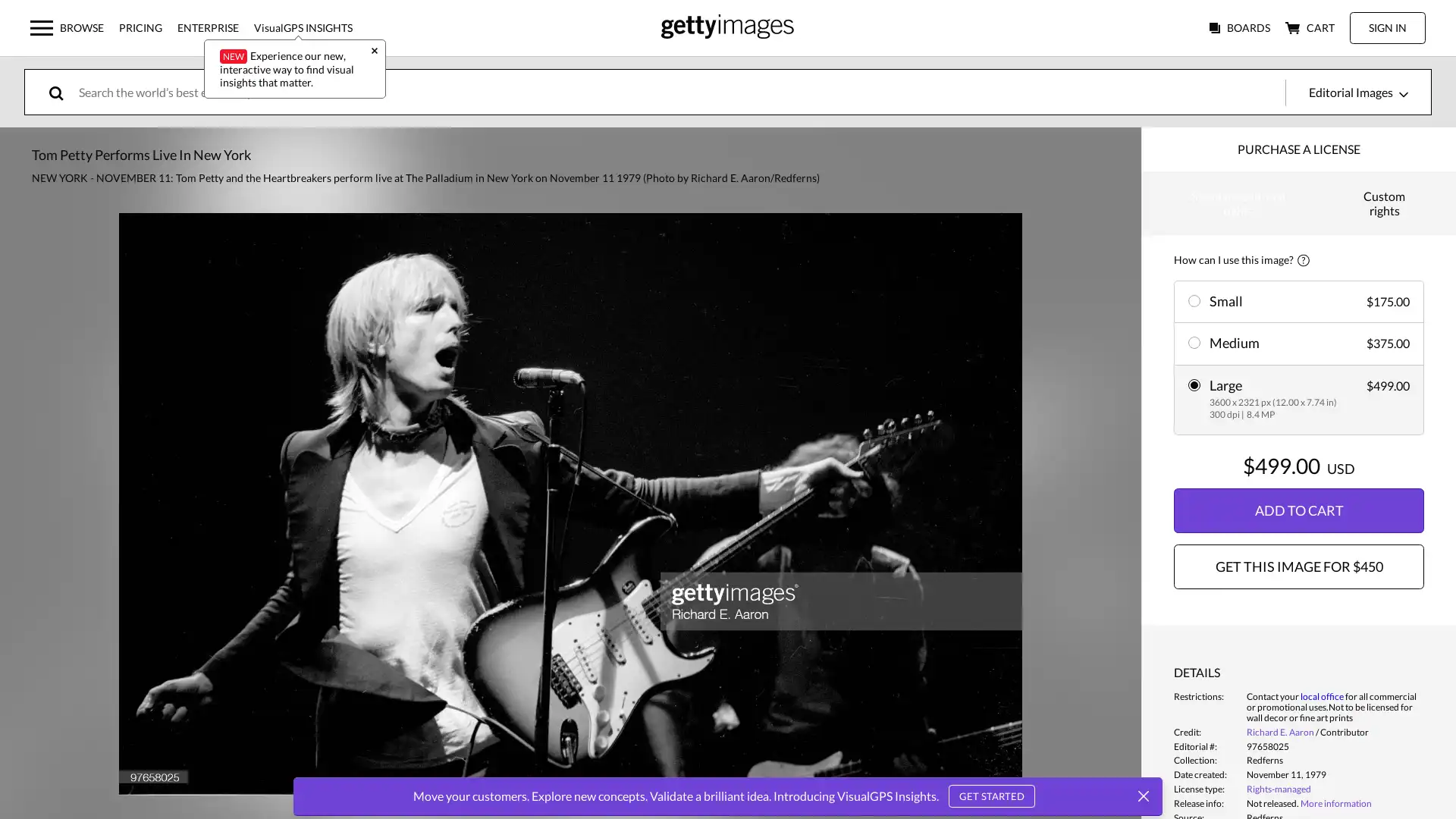  I want to click on GET THIS IMAGE FOR $450, so click(1298, 566).